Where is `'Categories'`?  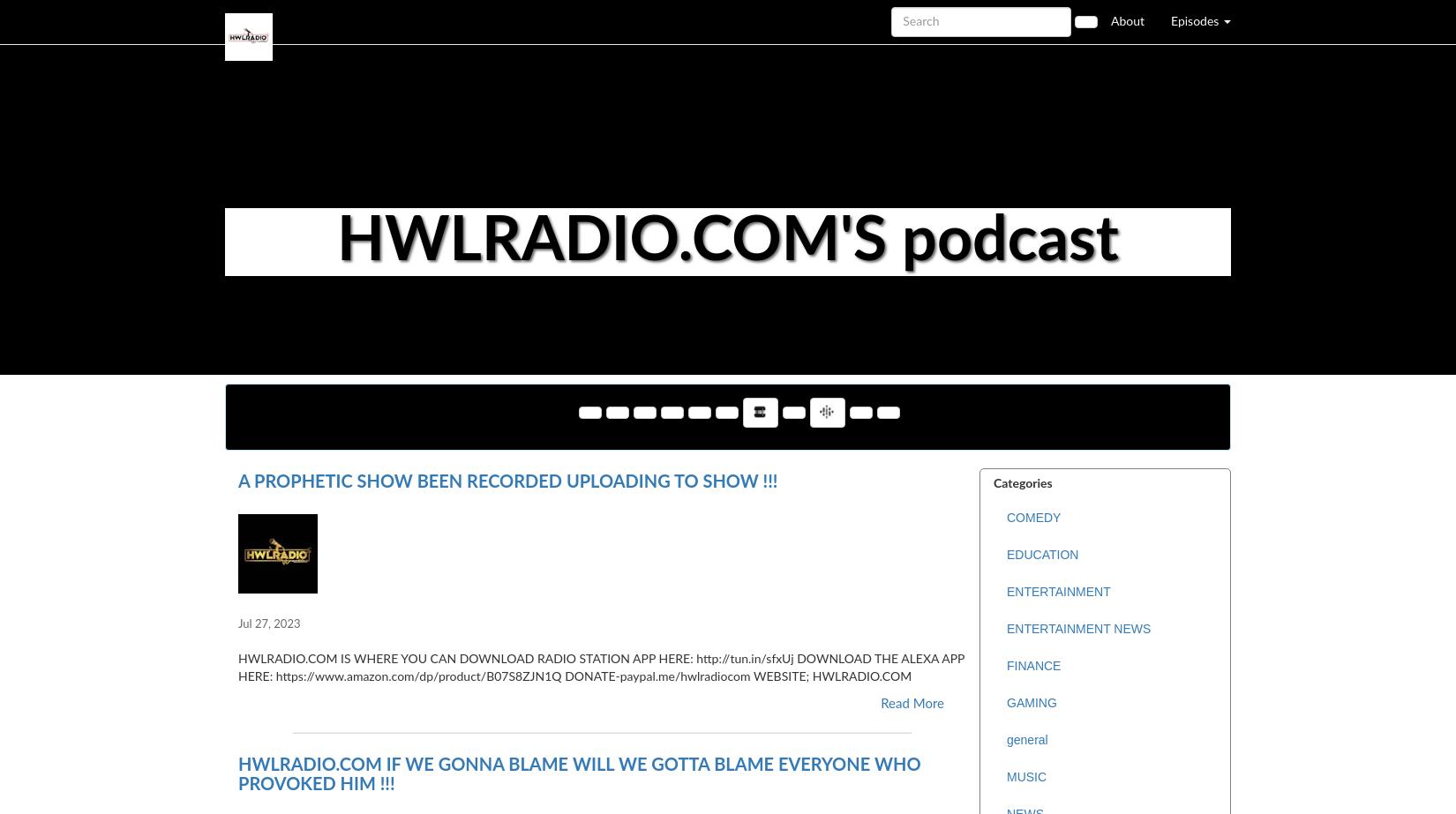
'Categories' is located at coordinates (1022, 483).